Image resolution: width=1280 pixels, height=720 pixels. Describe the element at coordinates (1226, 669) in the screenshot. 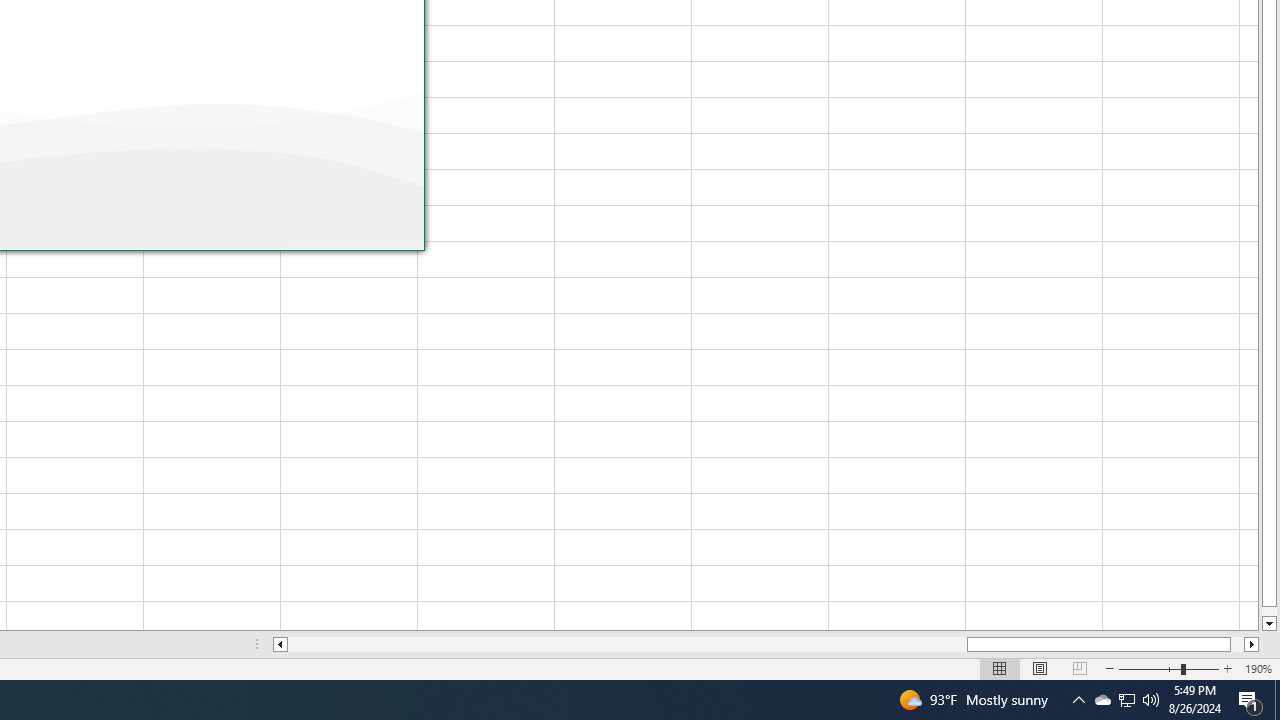

I see `'Q2790: 100%'` at that location.